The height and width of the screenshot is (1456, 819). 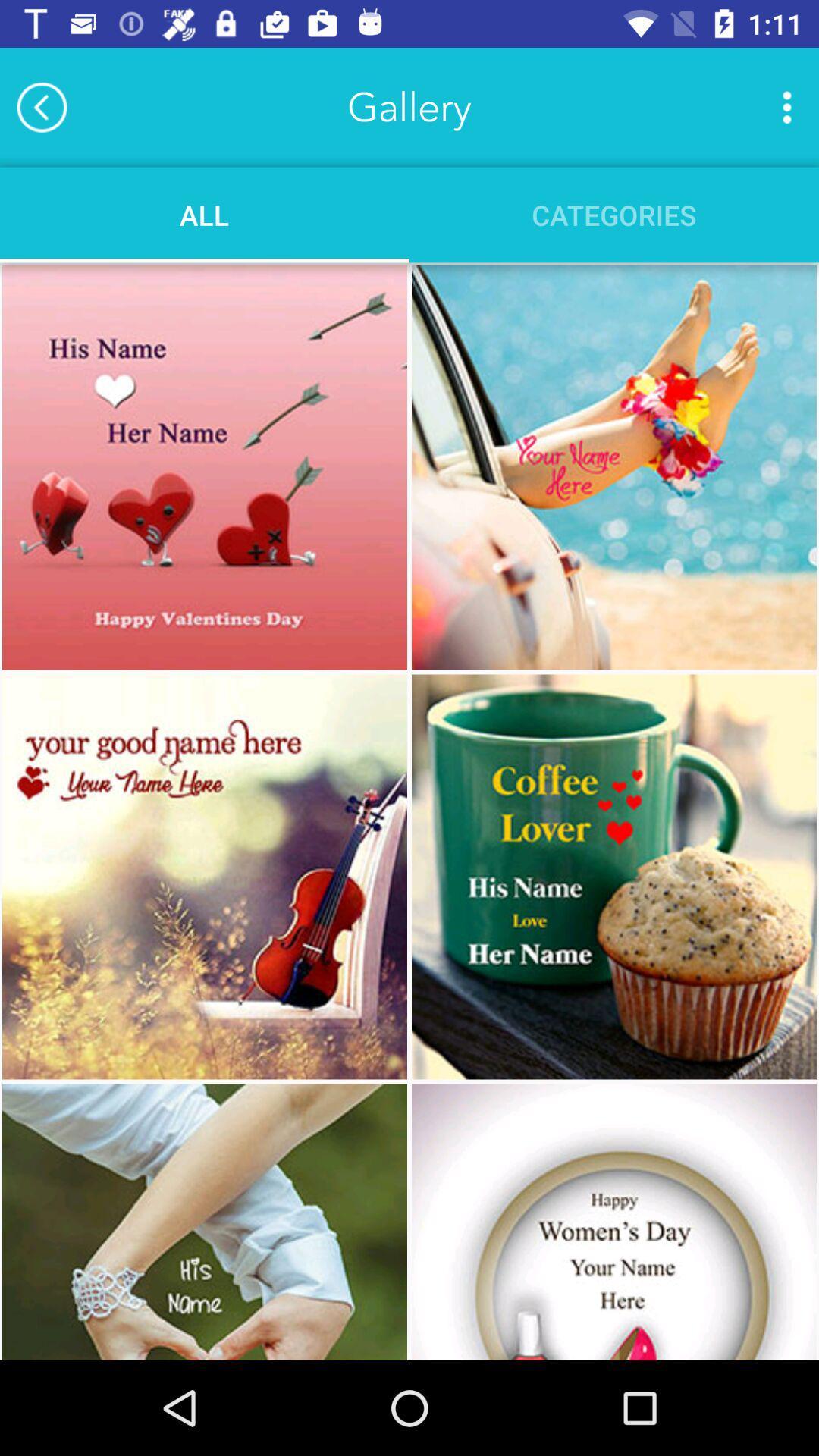 I want to click on open app options, so click(x=786, y=106).